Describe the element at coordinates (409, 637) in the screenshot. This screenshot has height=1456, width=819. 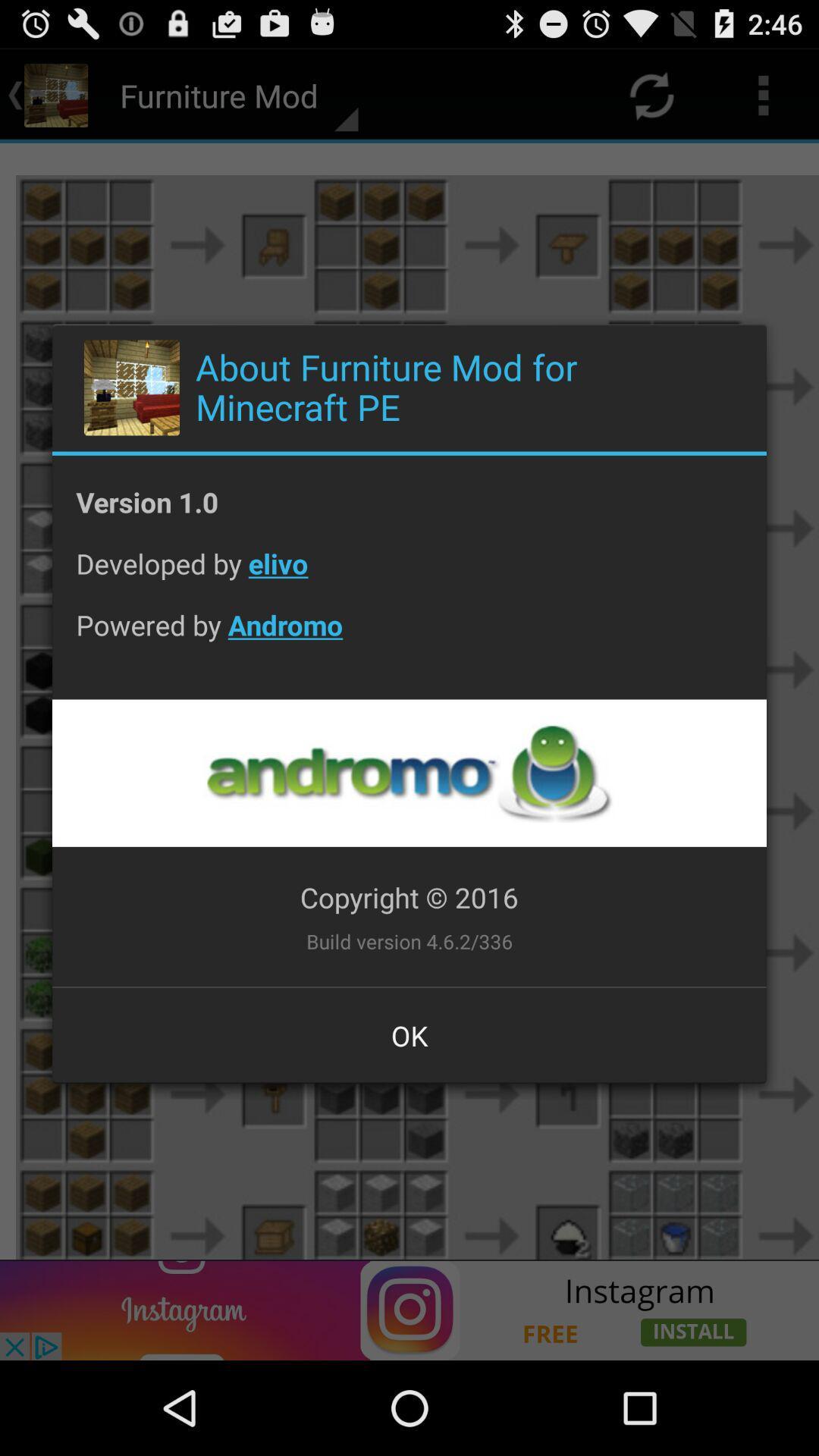
I see `the icon below the developed by elivo icon` at that location.